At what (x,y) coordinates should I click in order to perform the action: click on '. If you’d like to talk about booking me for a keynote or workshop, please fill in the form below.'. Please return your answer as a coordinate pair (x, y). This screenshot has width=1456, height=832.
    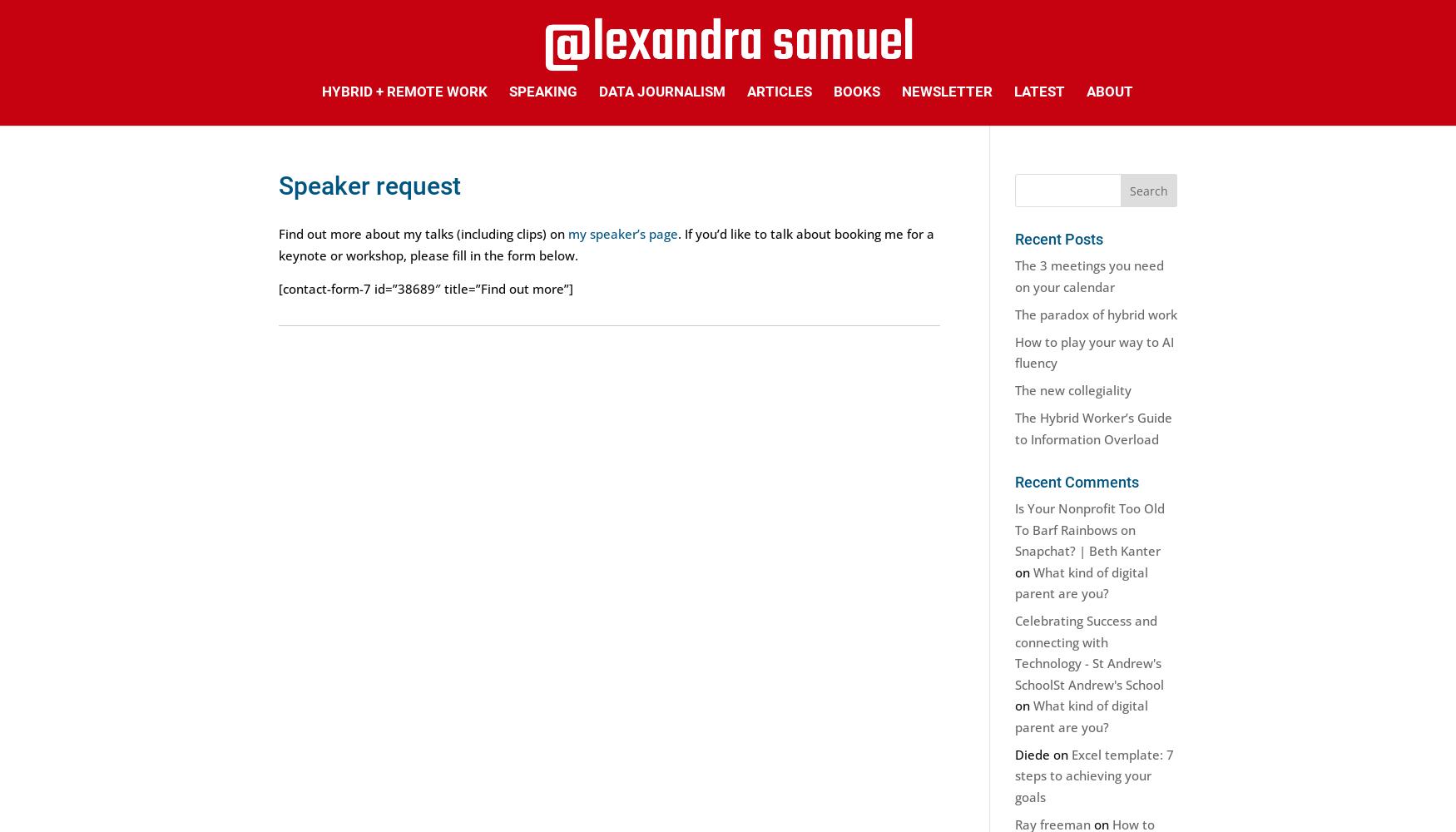
    Looking at the image, I should click on (278, 244).